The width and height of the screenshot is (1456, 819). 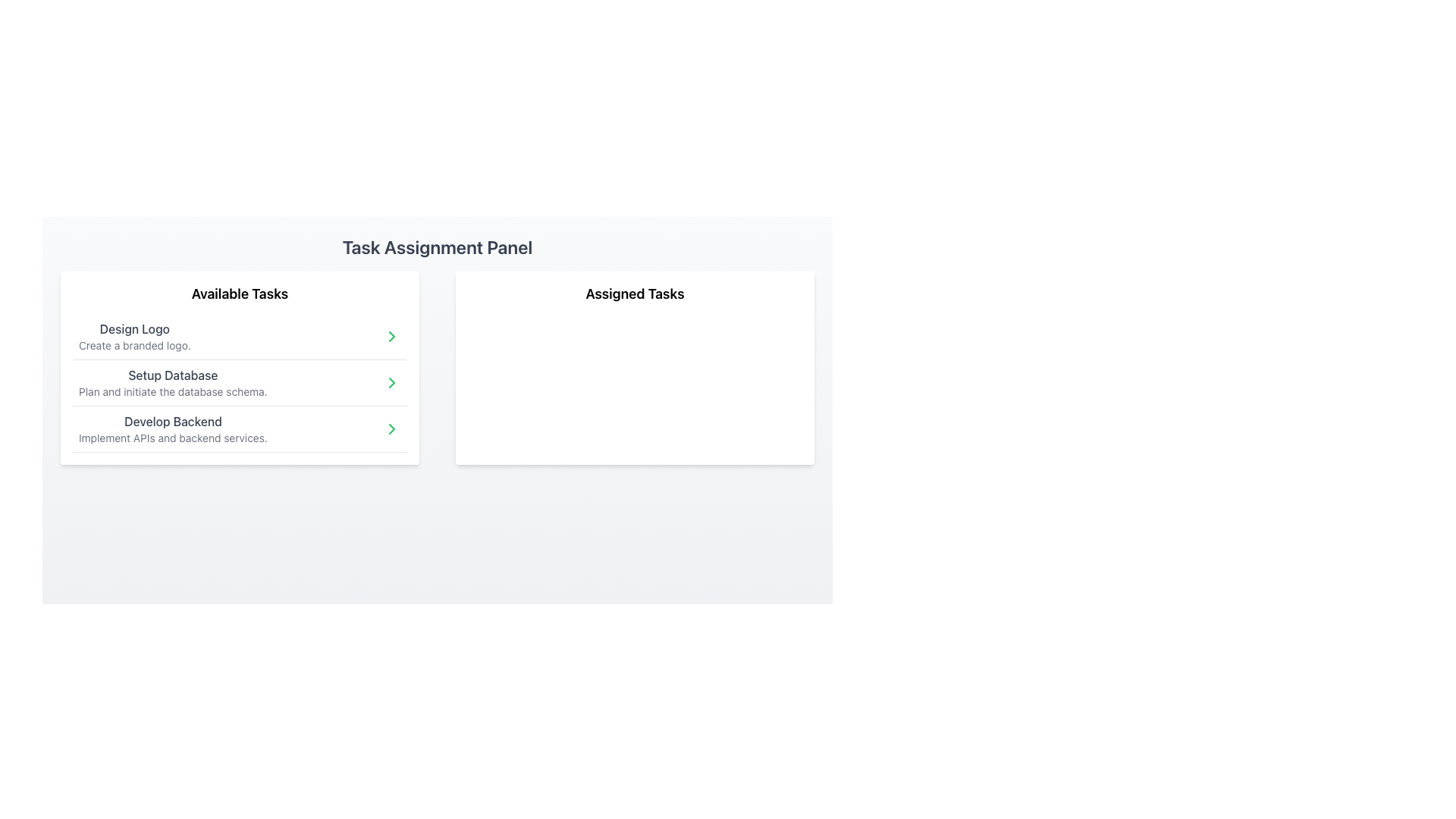 I want to click on the 'Develop Backend' text block in the 'Available Tasks' section, so click(x=173, y=429).